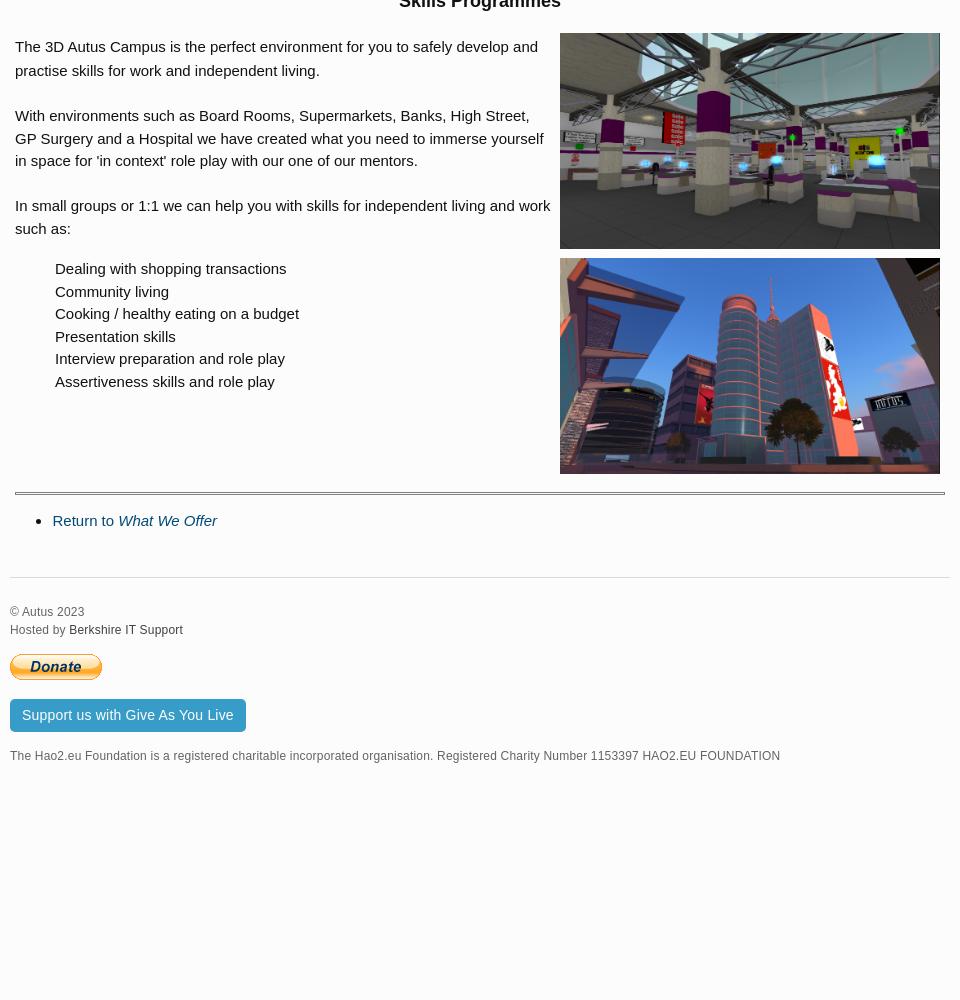 The height and width of the screenshot is (1000, 960). Describe the element at coordinates (115, 334) in the screenshot. I see `'Presentation skills'` at that location.